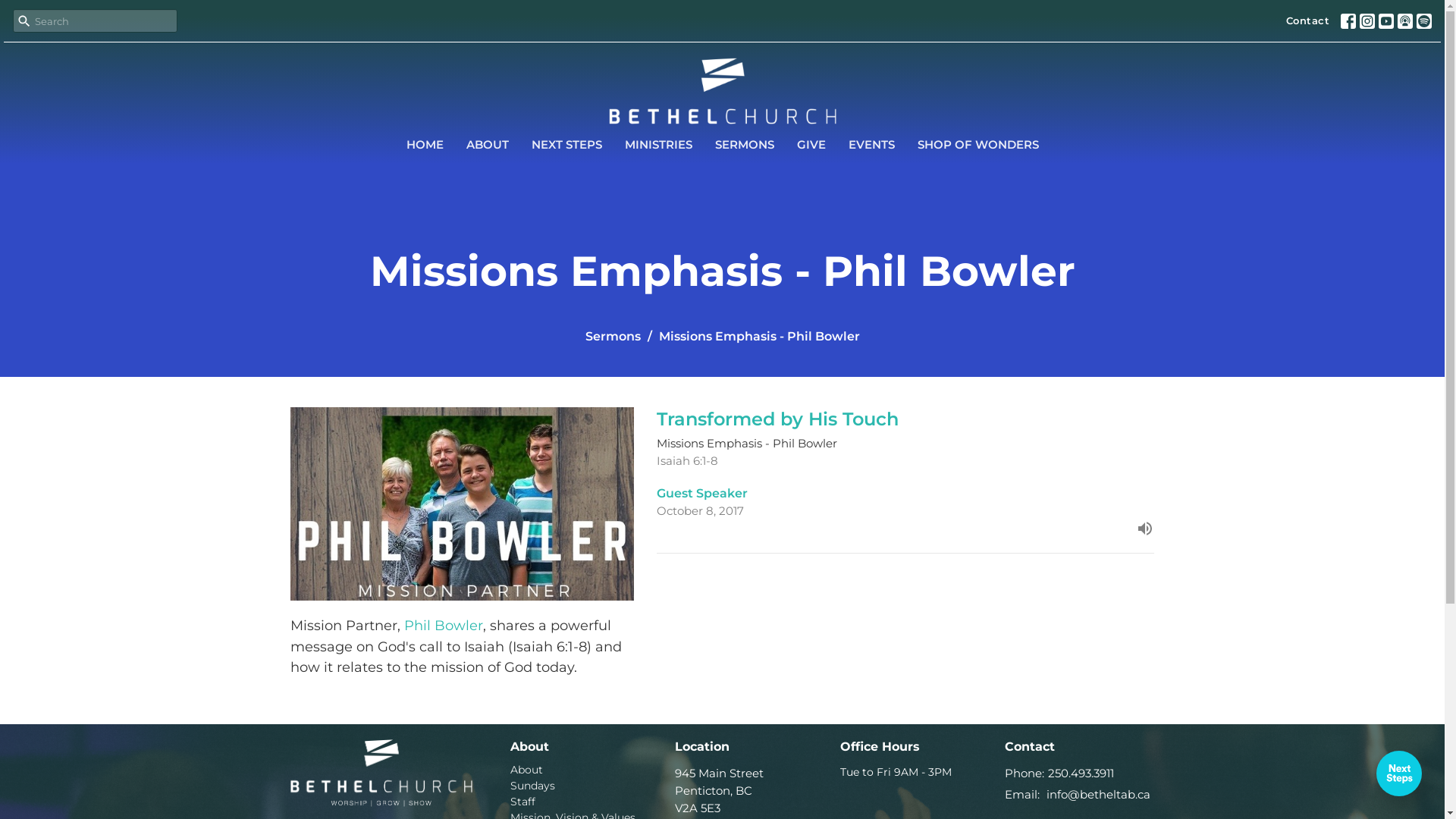 Image resolution: width=1456 pixels, height=819 pixels. What do you see at coordinates (526, 769) in the screenshot?
I see `'About'` at bounding box center [526, 769].